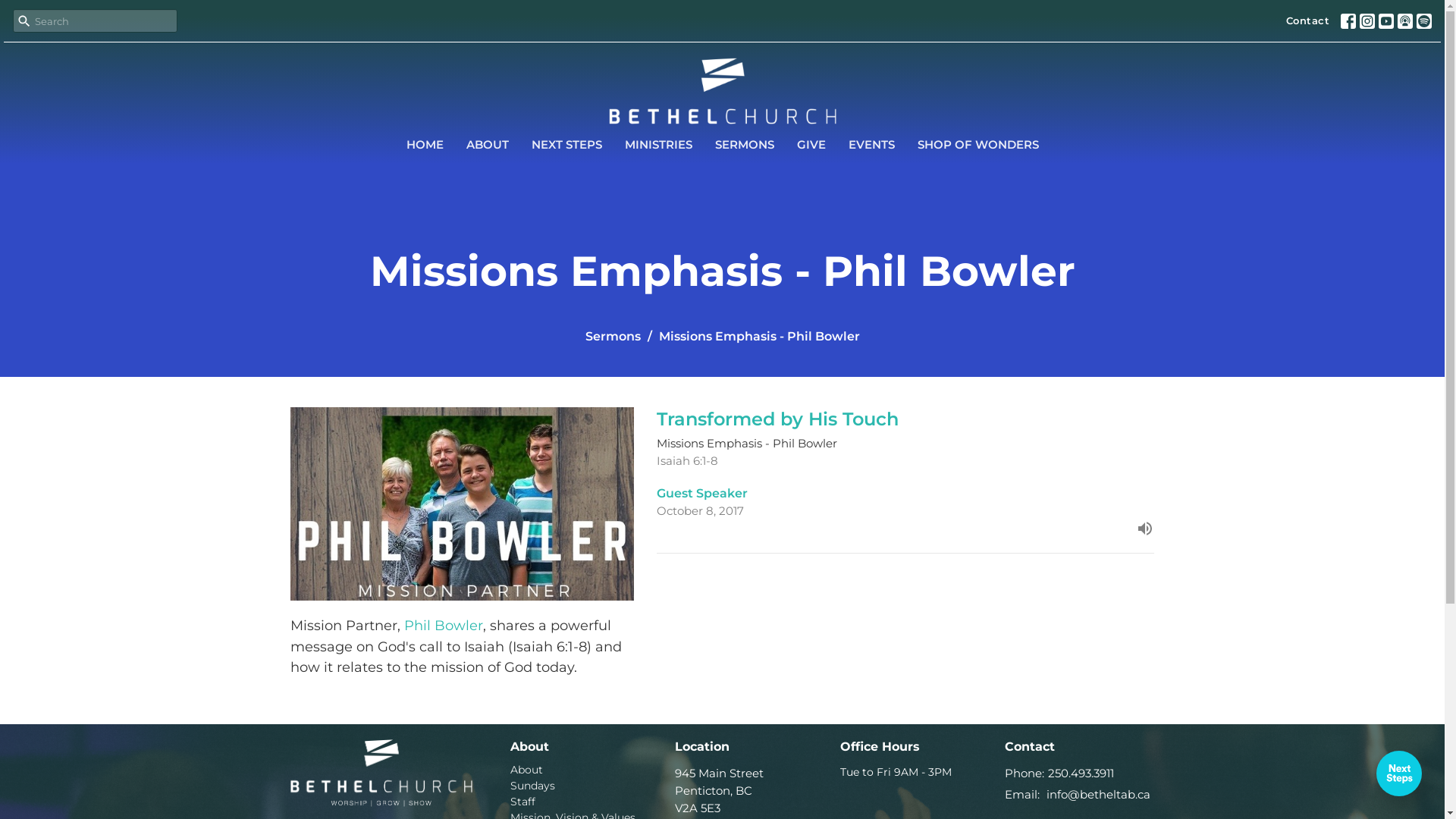 Image resolution: width=1456 pixels, height=819 pixels. What do you see at coordinates (526, 769) in the screenshot?
I see `'About'` at bounding box center [526, 769].